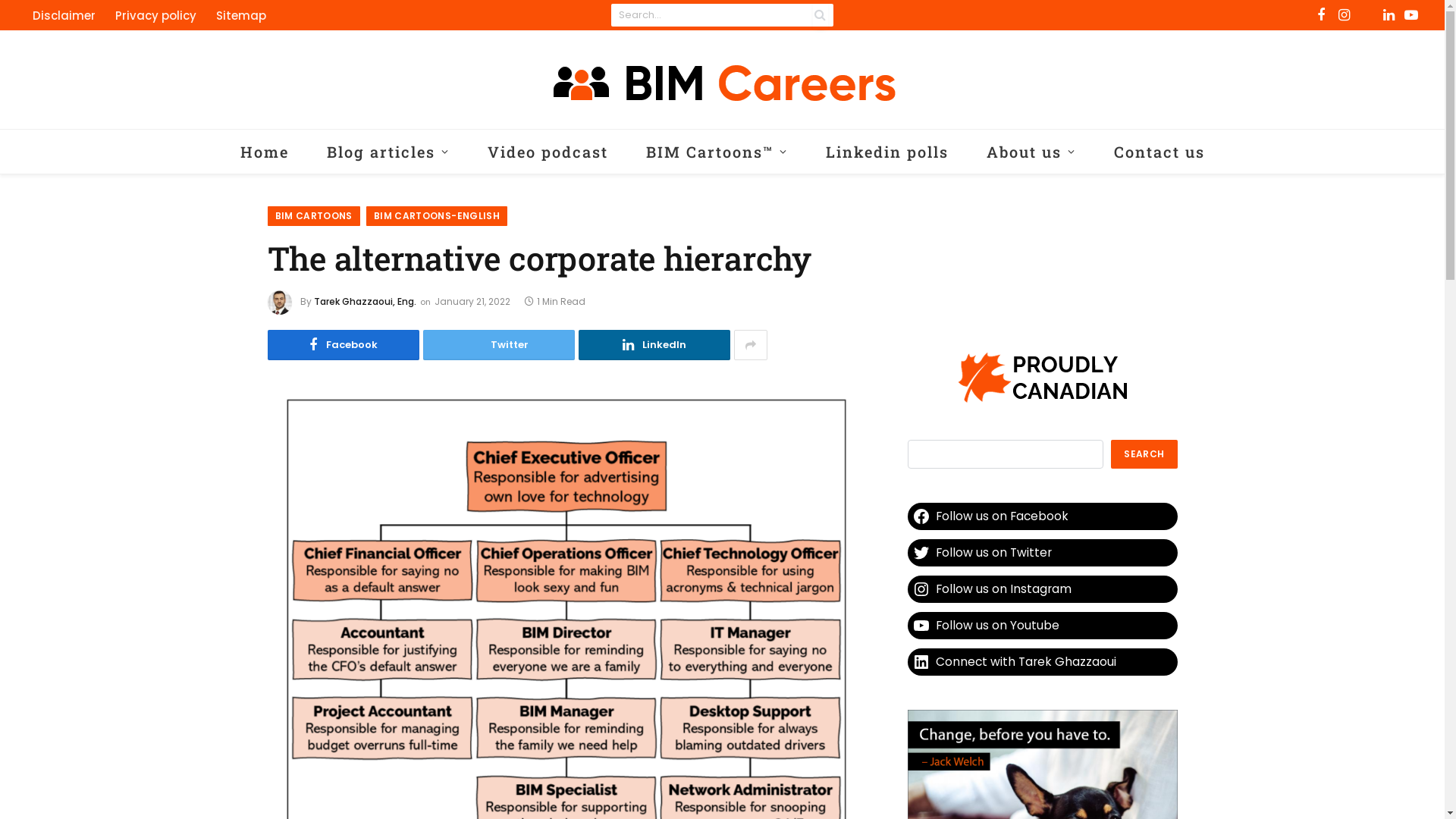 The height and width of the screenshot is (819, 1456). Describe the element at coordinates (1040, 626) in the screenshot. I see `'Follow us on Youtube'` at that location.